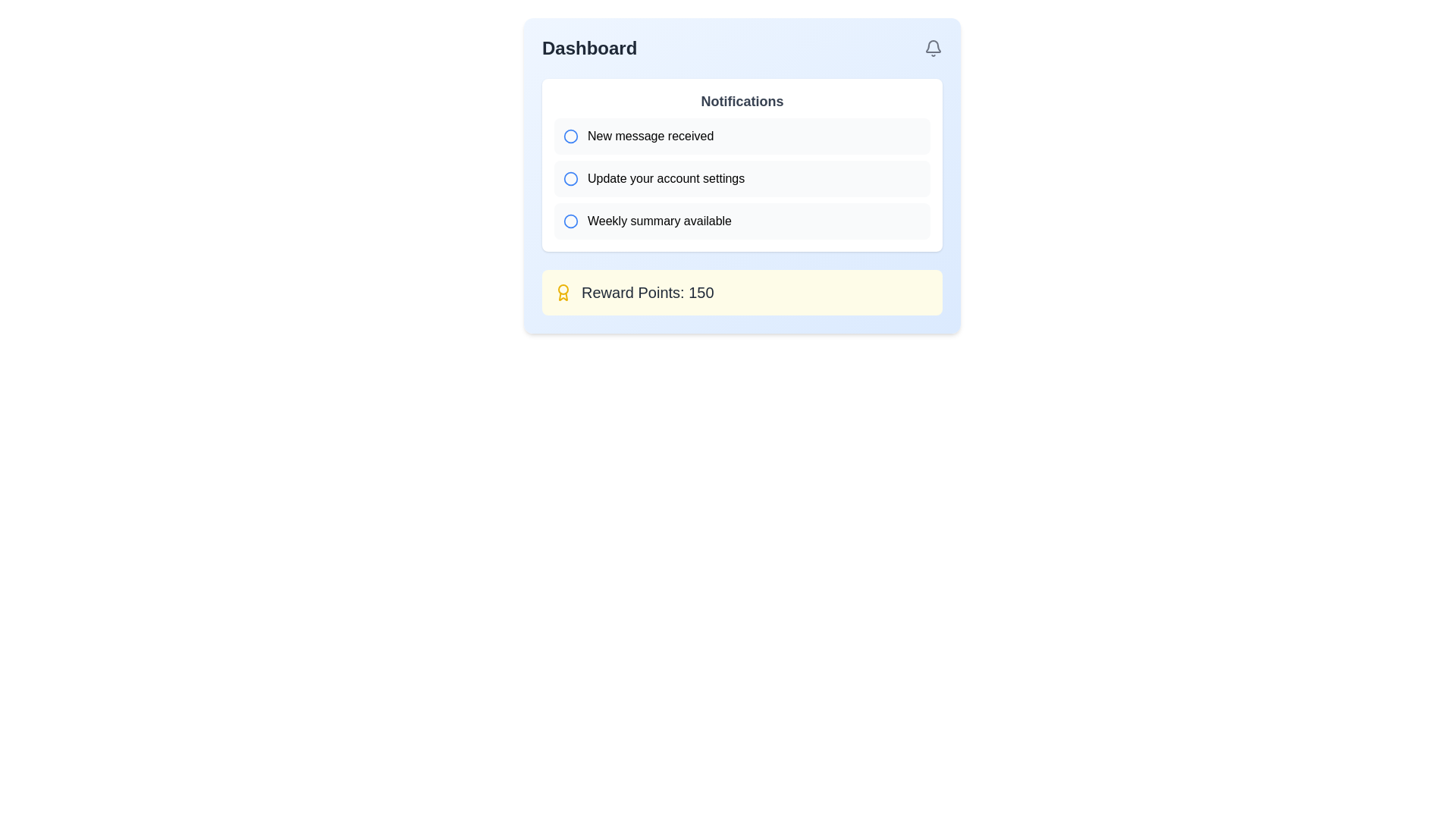  Describe the element at coordinates (570, 177) in the screenshot. I see `the second circular indicator in the notification list, which is located to the left of the text 'Update your account settings'` at that location.